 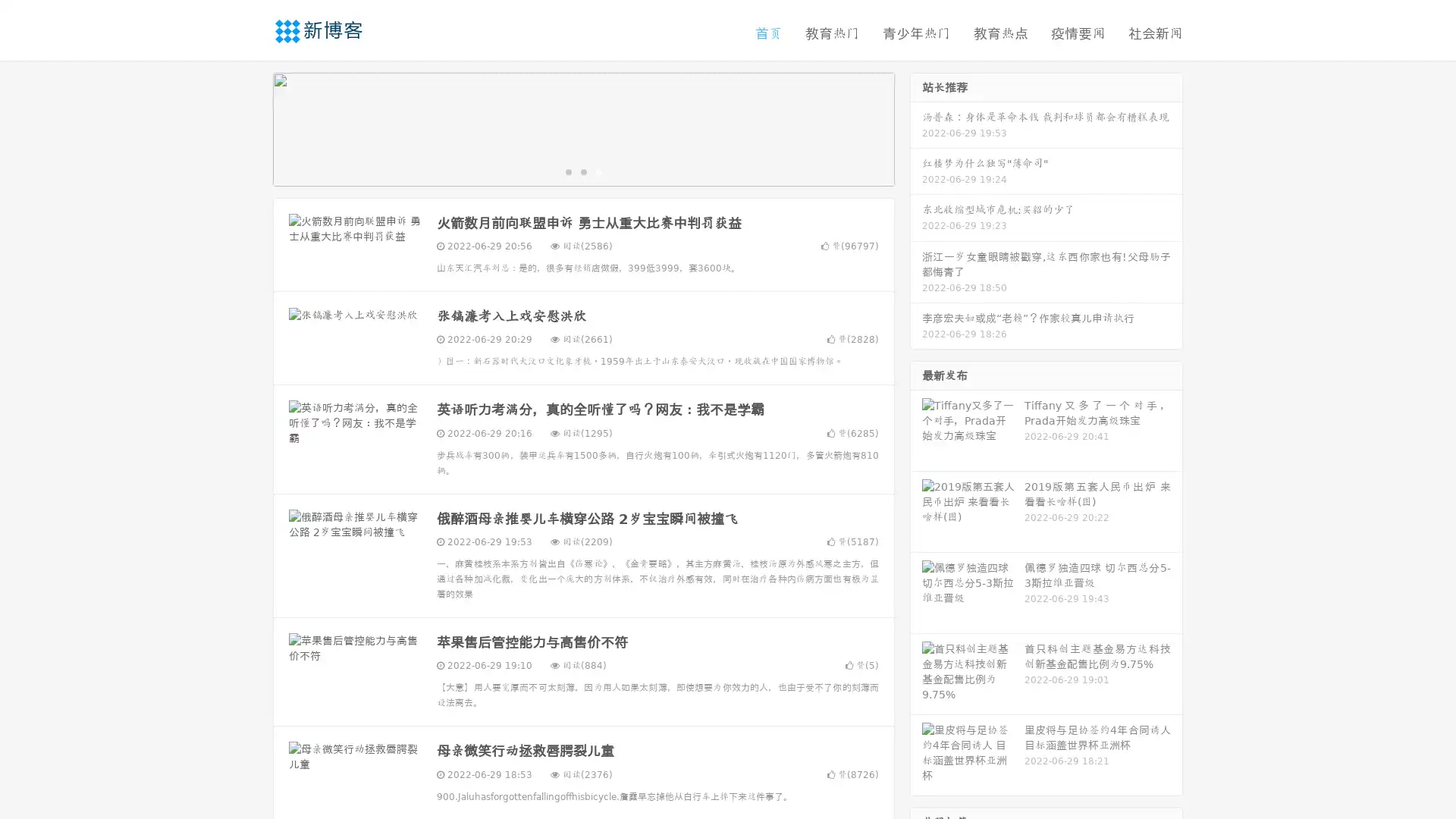 I want to click on Go to slide 2, so click(x=582, y=171).